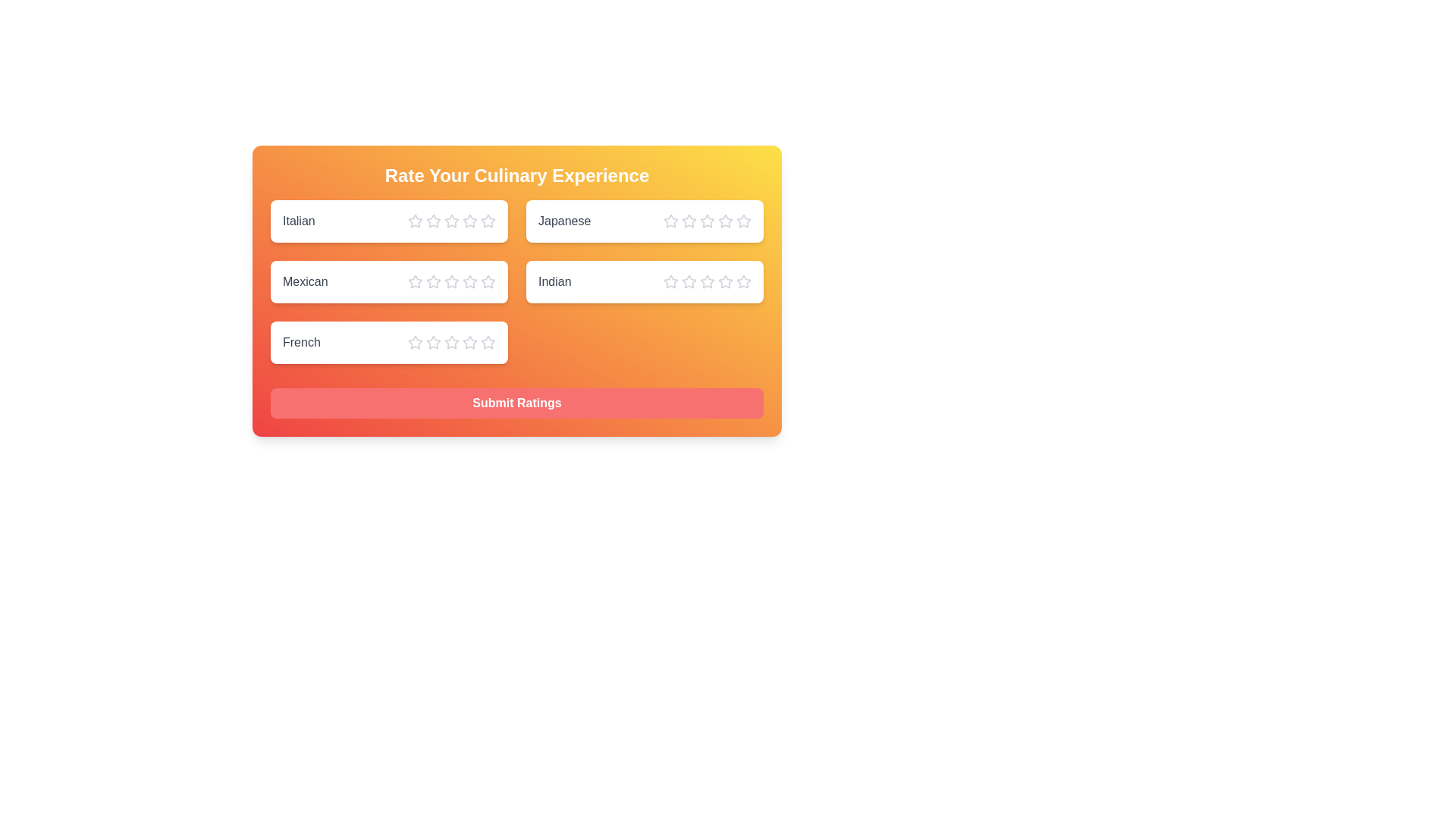 The height and width of the screenshot is (819, 1456). What do you see at coordinates (724, 221) in the screenshot?
I see `the star corresponding to the rating 4 for the cuisine Japanese` at bounding box center [724, 221].